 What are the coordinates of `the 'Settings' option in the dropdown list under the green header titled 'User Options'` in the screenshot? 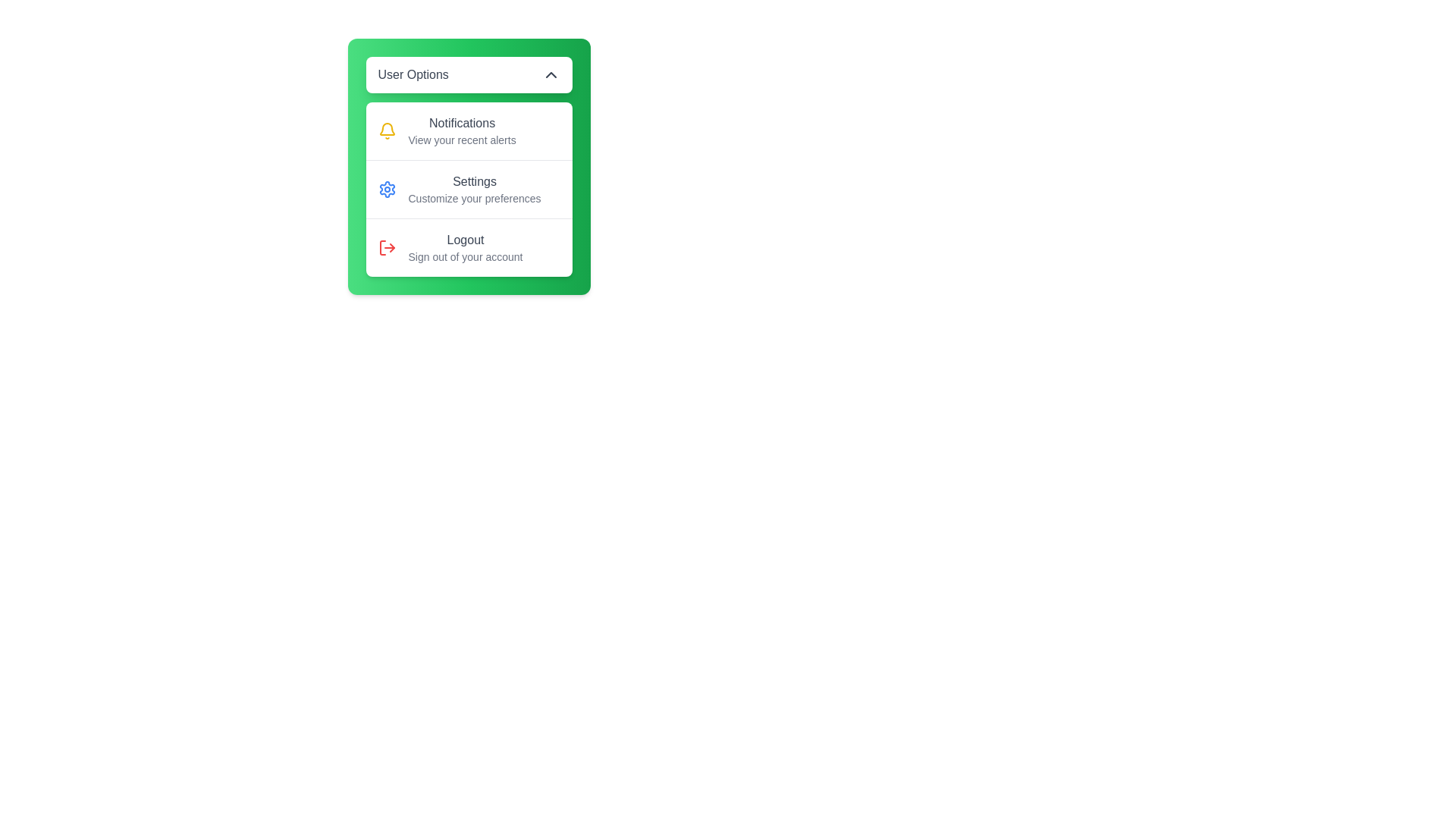 It's located at (468, 189).